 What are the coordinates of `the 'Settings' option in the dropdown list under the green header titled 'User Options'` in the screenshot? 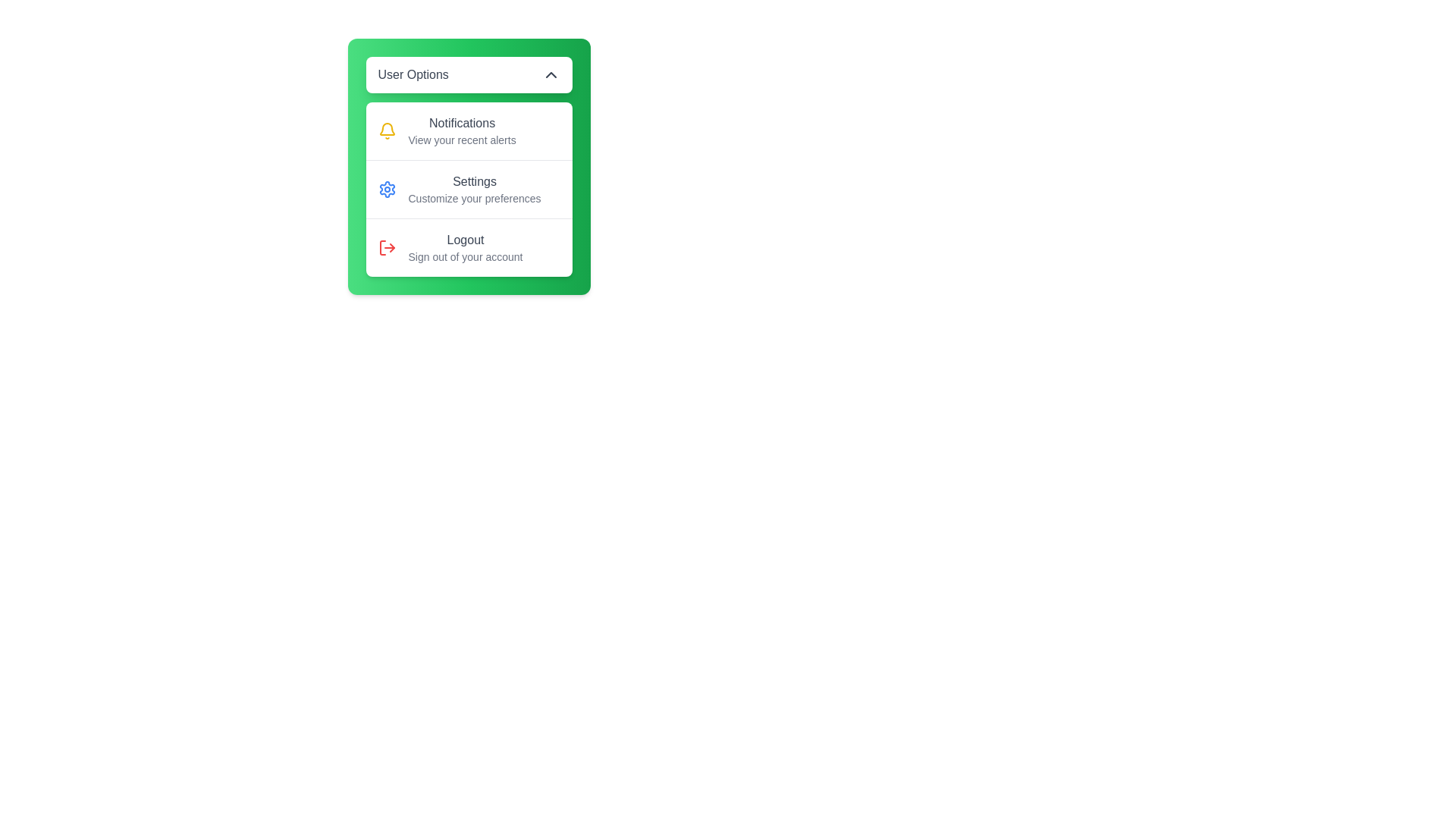 It's located at (468, 189).